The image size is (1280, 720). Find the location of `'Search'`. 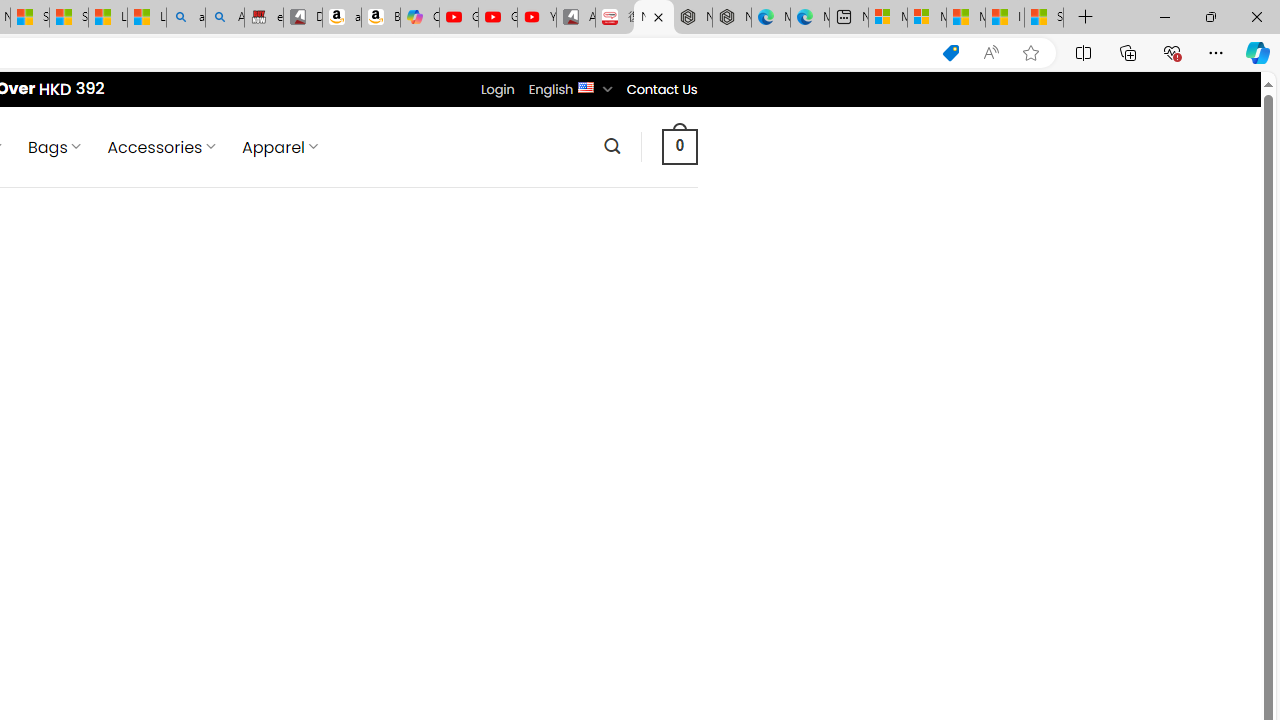

'Search' is located at coordinates (611, 145).